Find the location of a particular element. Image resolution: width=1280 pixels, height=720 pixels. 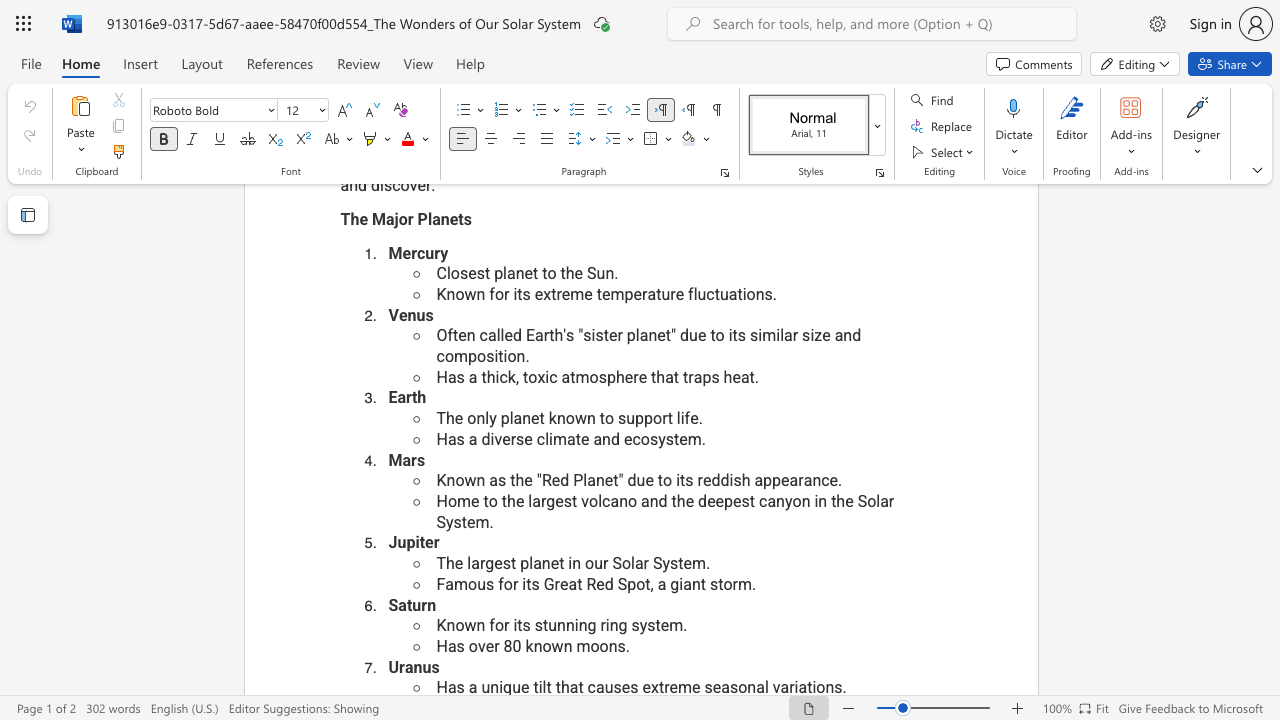

the subset text "as over 80 known moons." within the text "Has over 80 known moons." is located at coordinates (446, 646).